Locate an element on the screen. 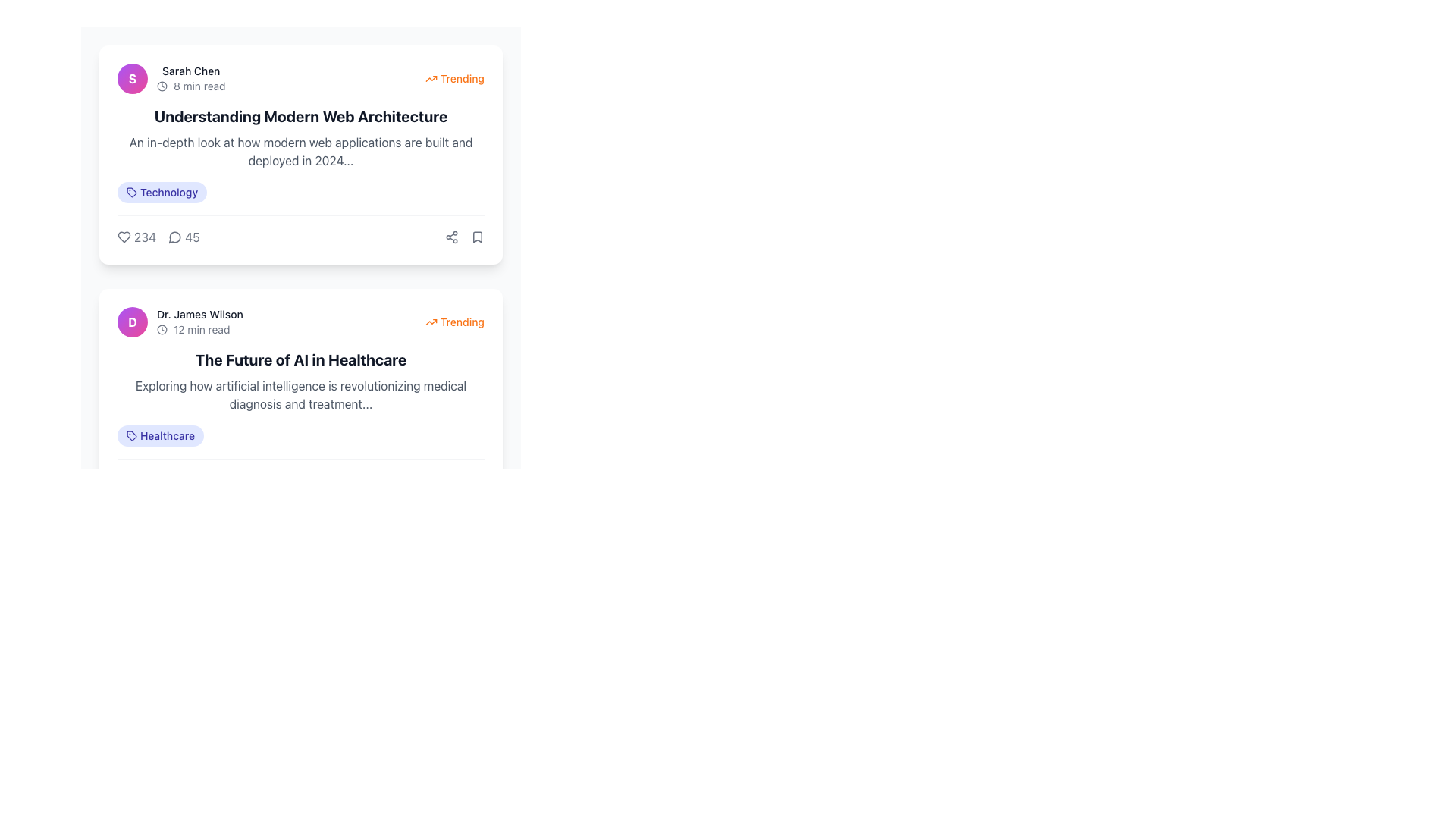  the text block styled with a light gray font color located below the title 'The Future of AI in Healthcare' in the second content card is located at coordinates (301, 394).